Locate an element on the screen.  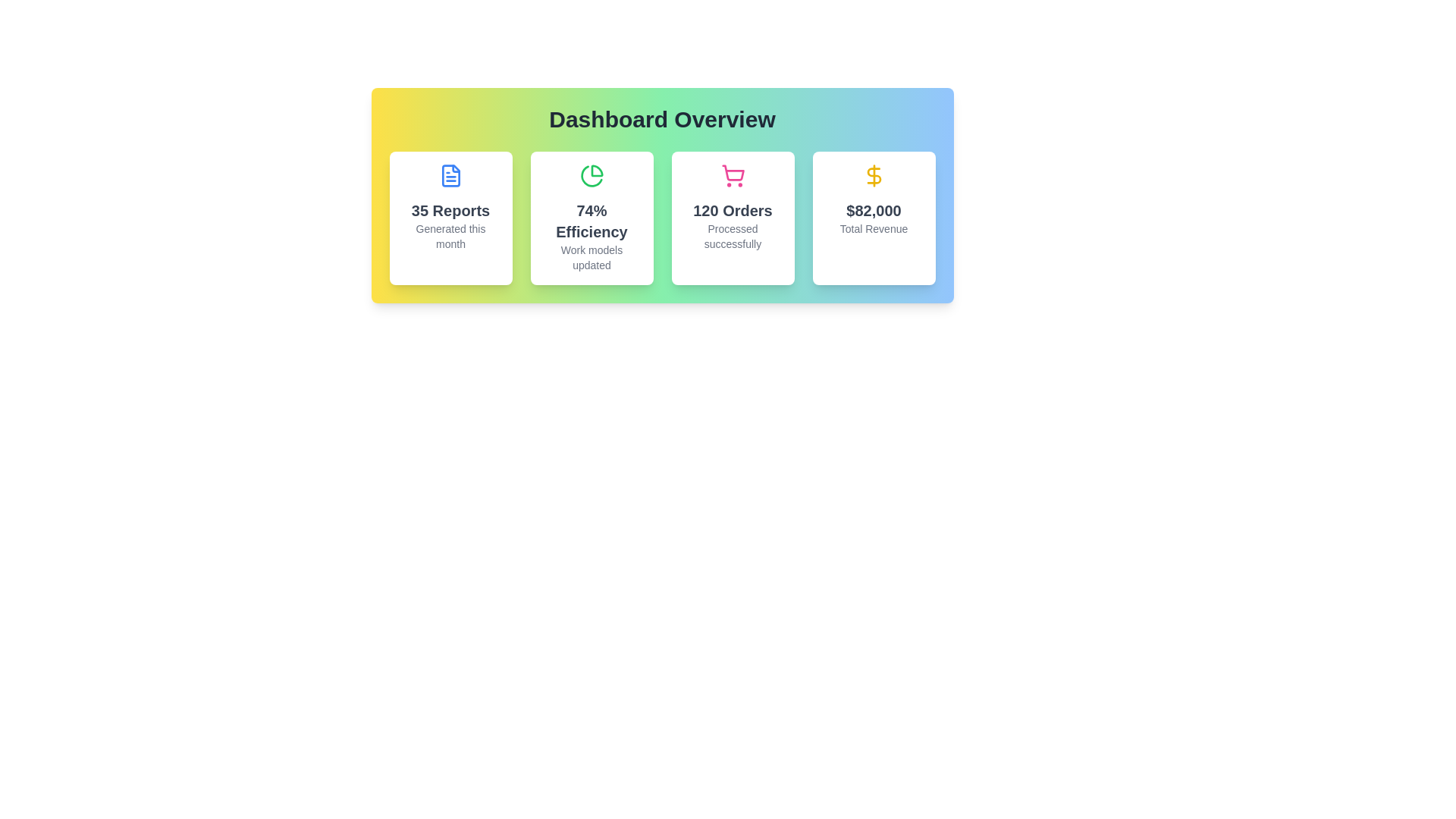
the pie chart icon representing the efficiency statistics of 74% located at the top of the second card in a horizontal row of four cards is located at coordinates (591, 174).